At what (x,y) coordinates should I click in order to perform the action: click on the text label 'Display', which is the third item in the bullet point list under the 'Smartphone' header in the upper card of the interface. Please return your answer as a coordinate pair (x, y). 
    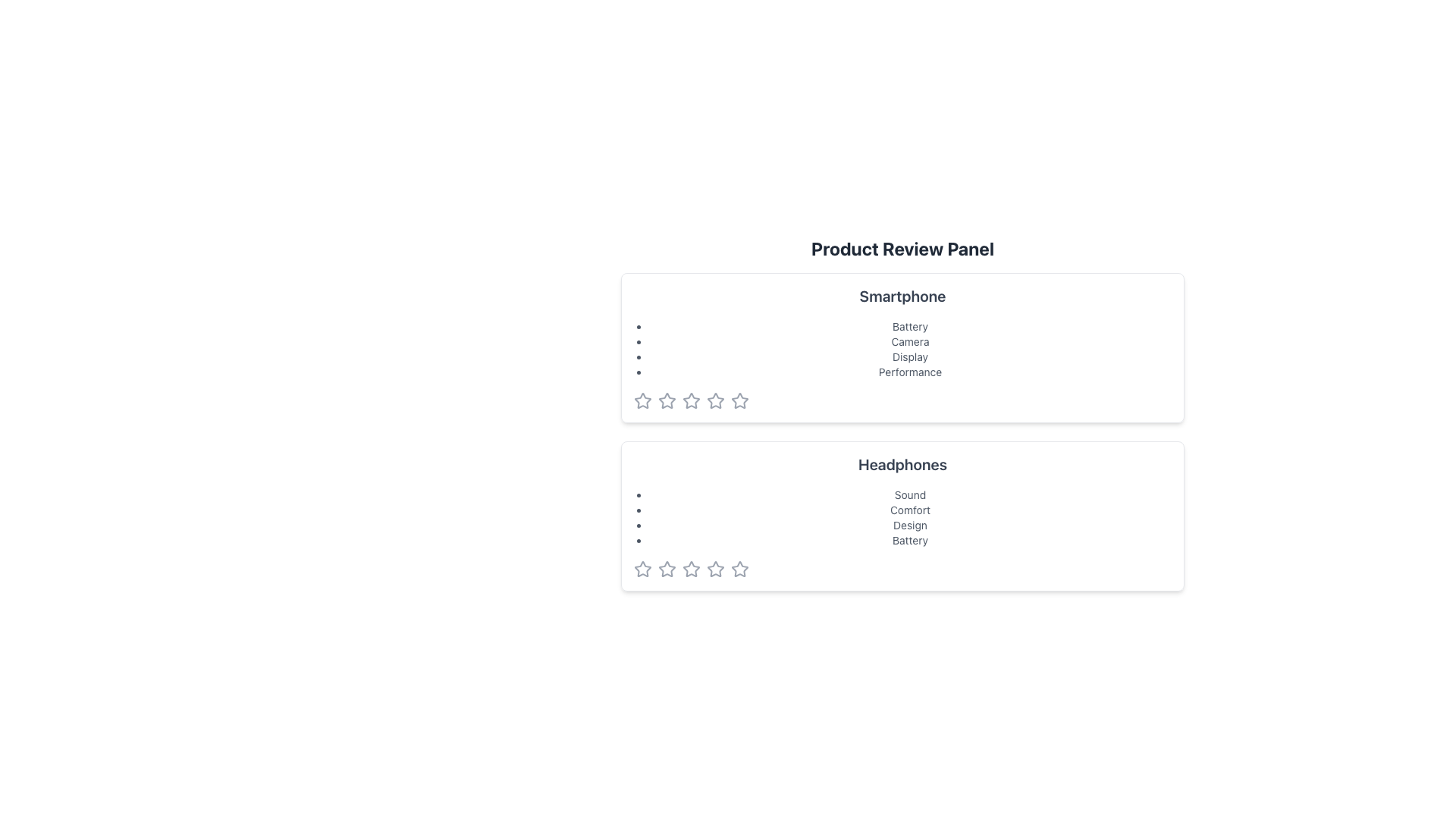
    Looking at the image, I should click on (910, 356).